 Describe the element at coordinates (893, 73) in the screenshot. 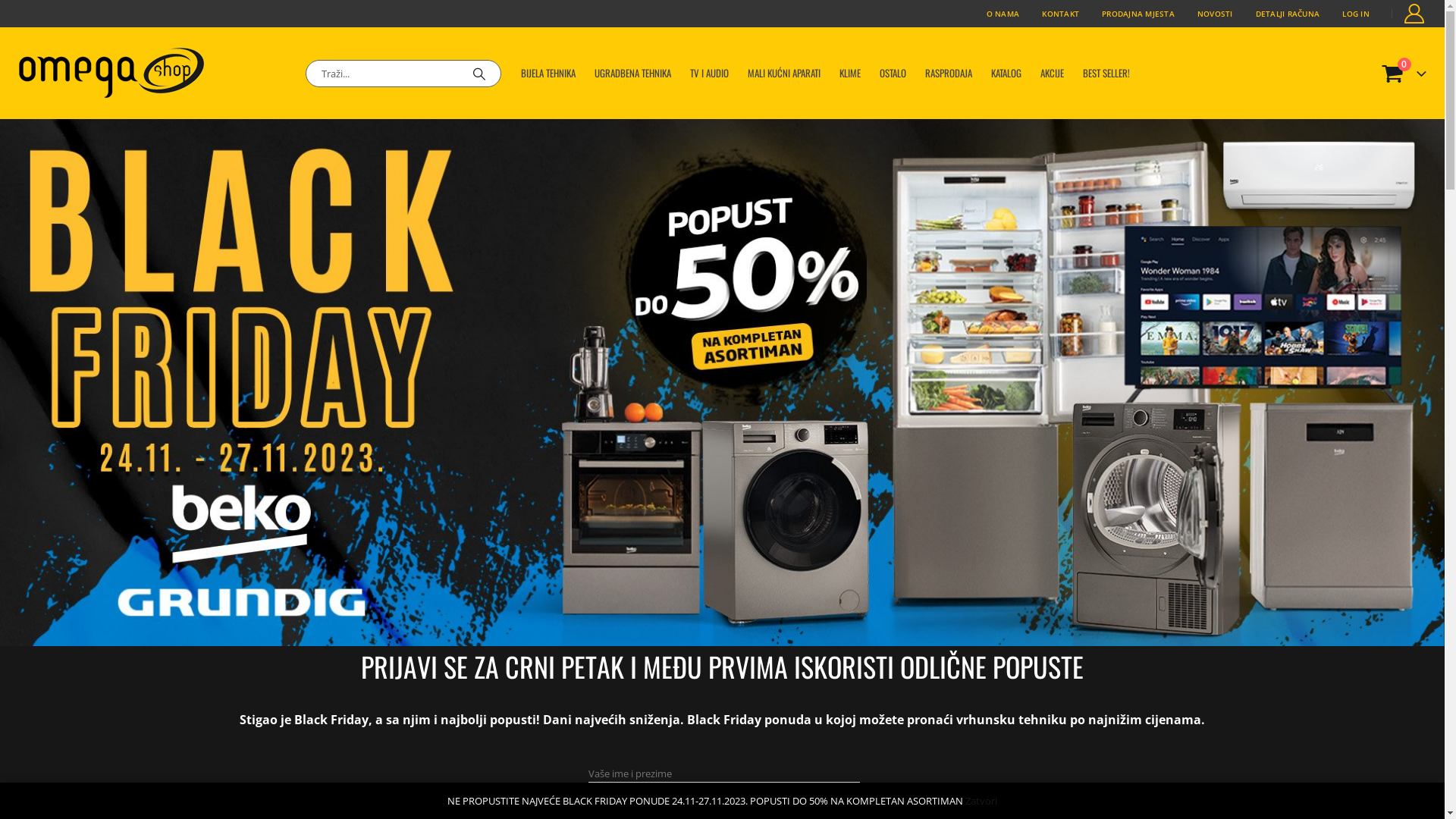

I see `'OSTALO'` at that location.